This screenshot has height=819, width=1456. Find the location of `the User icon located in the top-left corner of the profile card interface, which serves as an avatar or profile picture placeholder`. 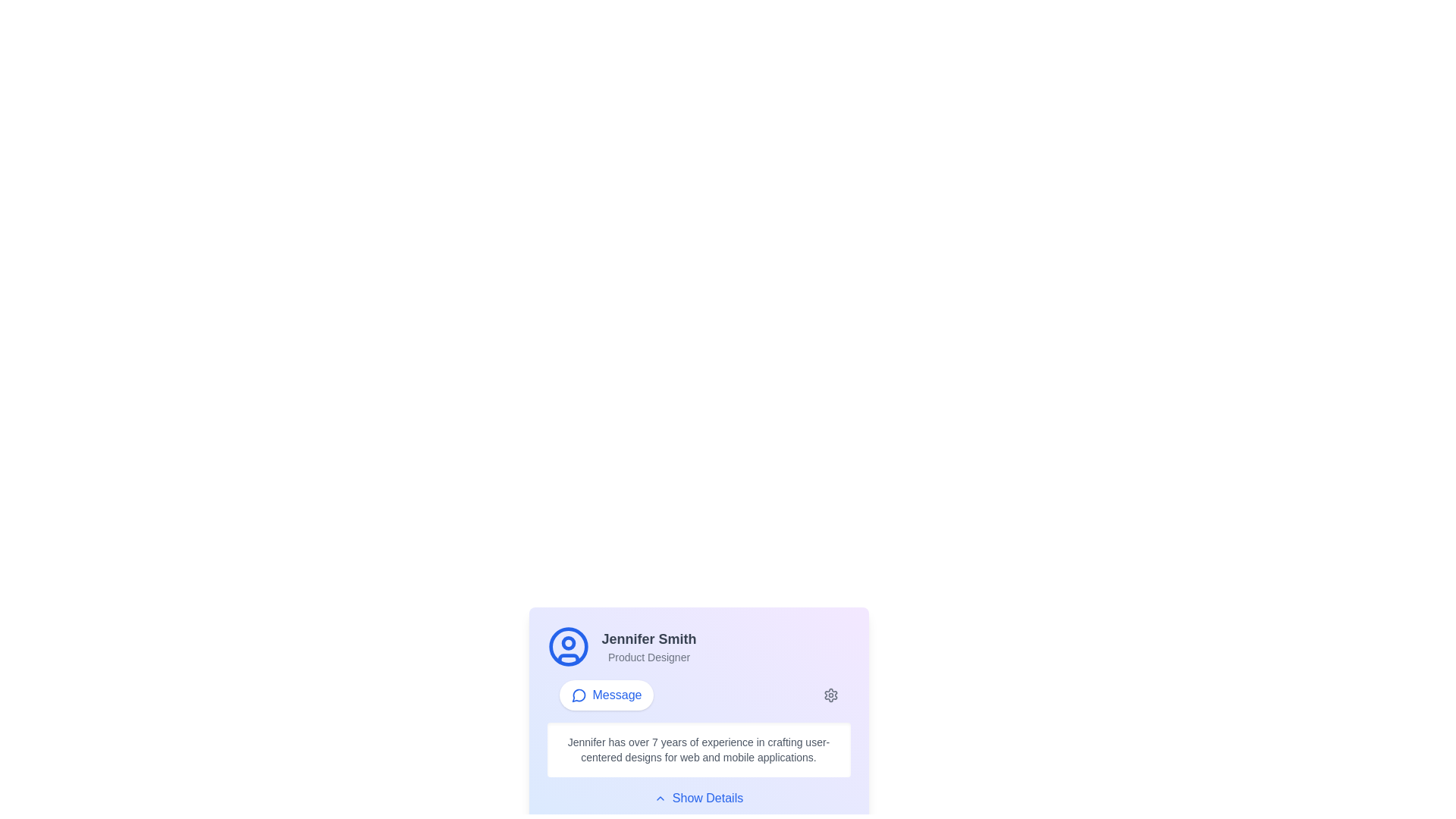

the User icon located in the top-left corner of the profile card interface, which serves as an avatar or profile picture placeholder is located at coordinates (567, 646).